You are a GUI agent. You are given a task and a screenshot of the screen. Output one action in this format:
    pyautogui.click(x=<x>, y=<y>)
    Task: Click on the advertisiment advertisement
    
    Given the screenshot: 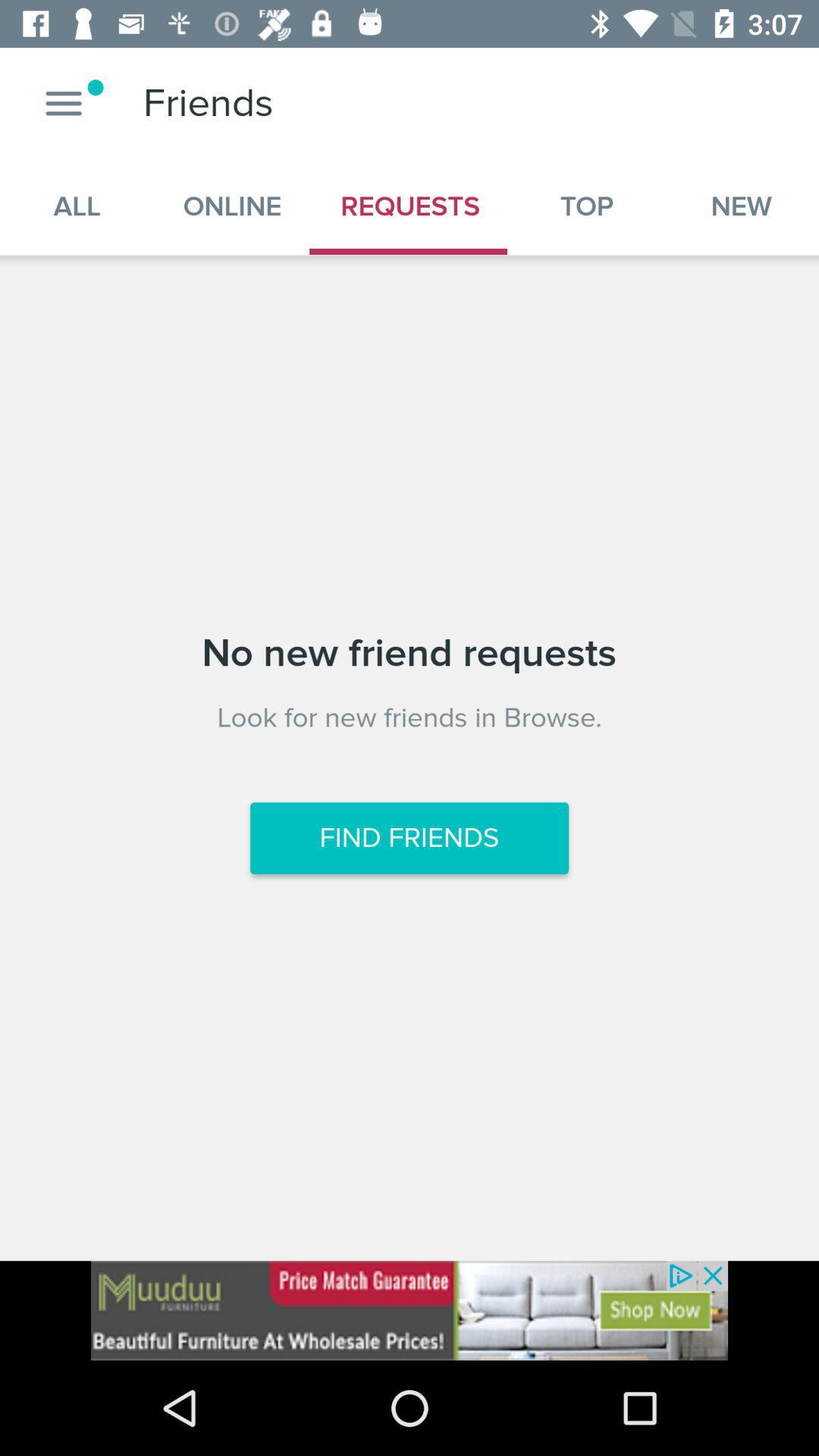 What is the action you would take?
    pyautogui.click(x=409, y=1310)
    